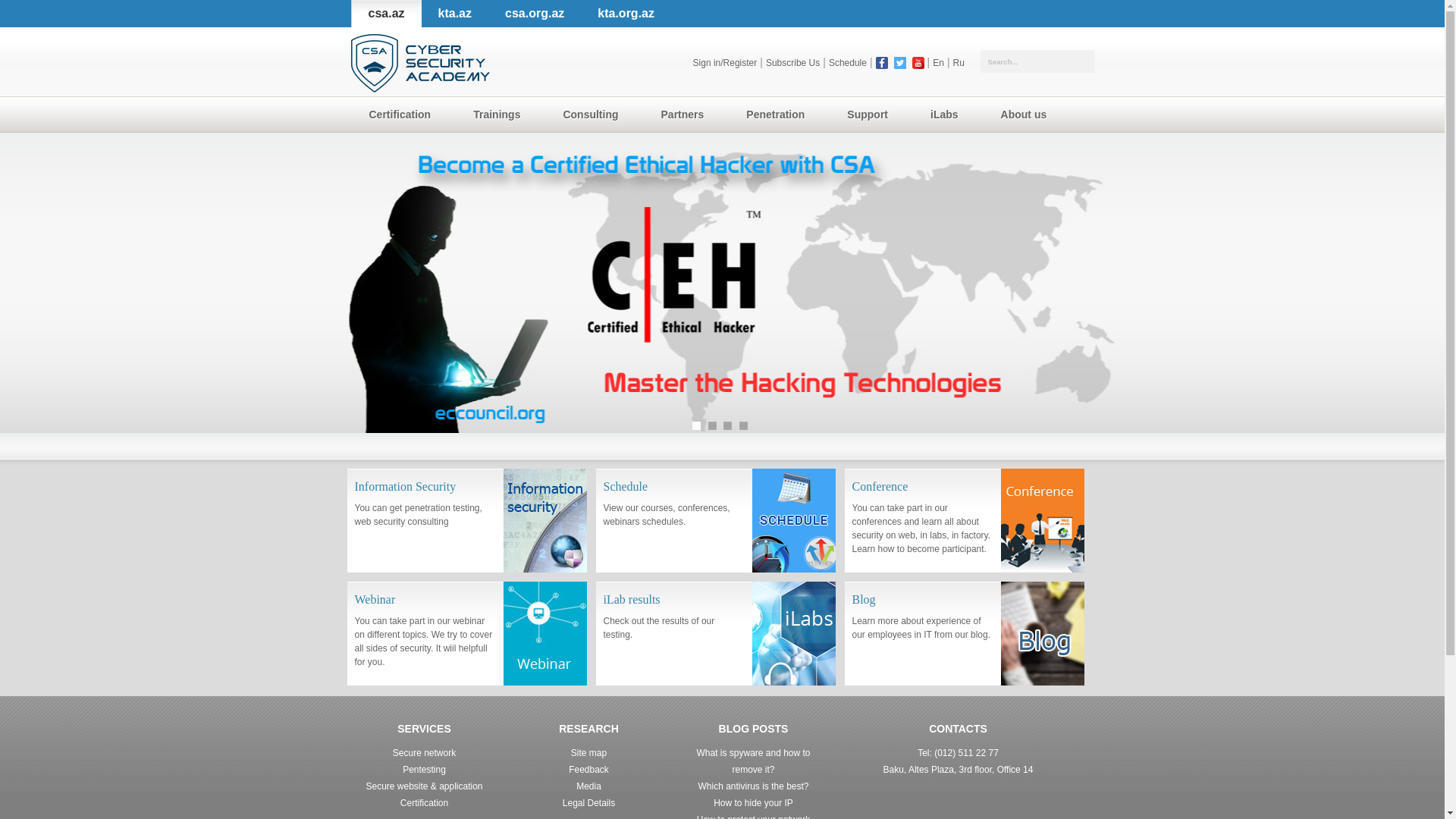  What do you see at coordinates (424, 769) in the screenshot?
I see `'Pentesting'` at bounding box center [424, 769].